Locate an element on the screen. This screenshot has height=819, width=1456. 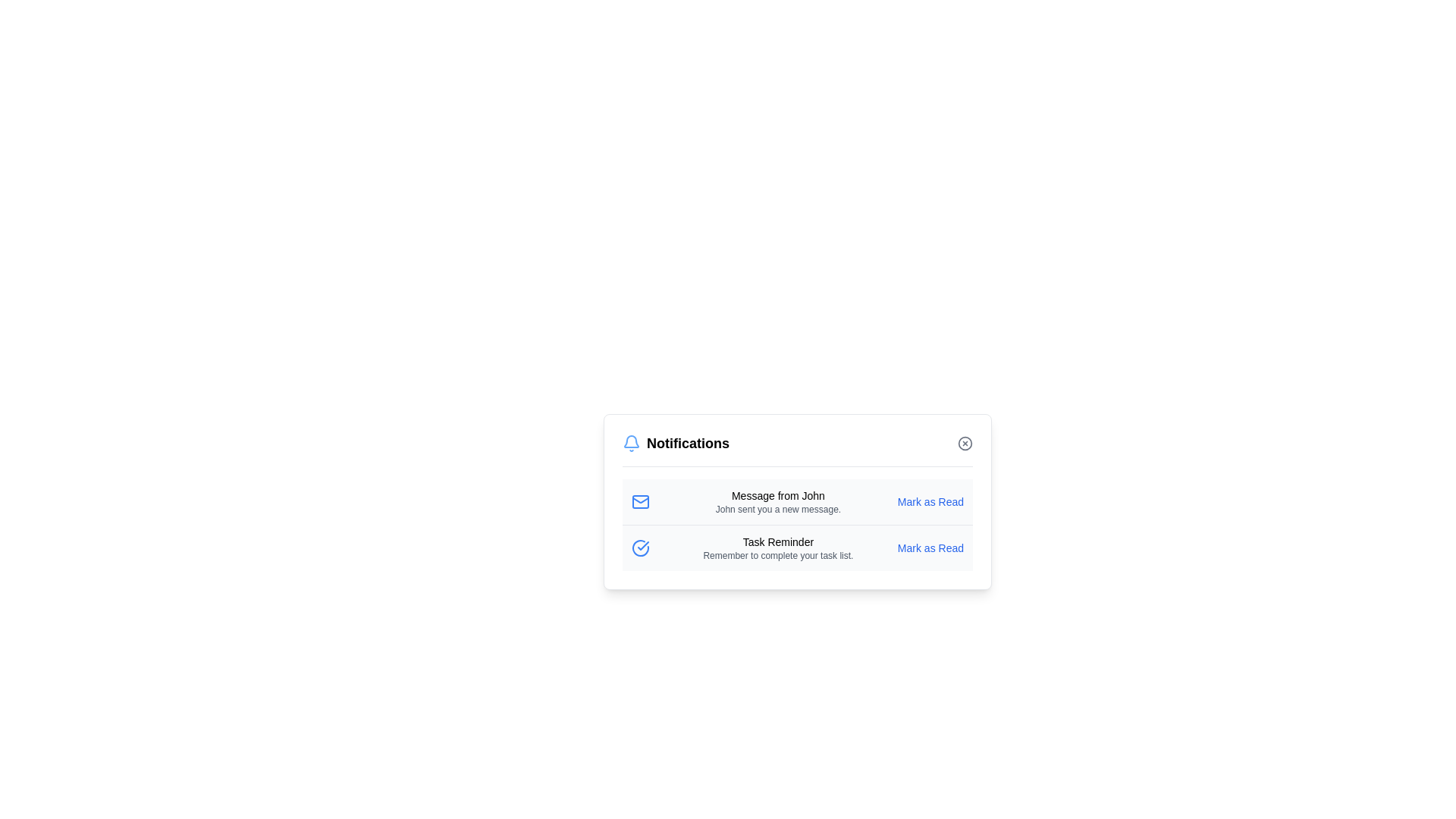
the curved graphical shape that represents the lower part of the blue notification bell icon located at the top-left corner of the notifications panel is located at coordinates (632, 441).